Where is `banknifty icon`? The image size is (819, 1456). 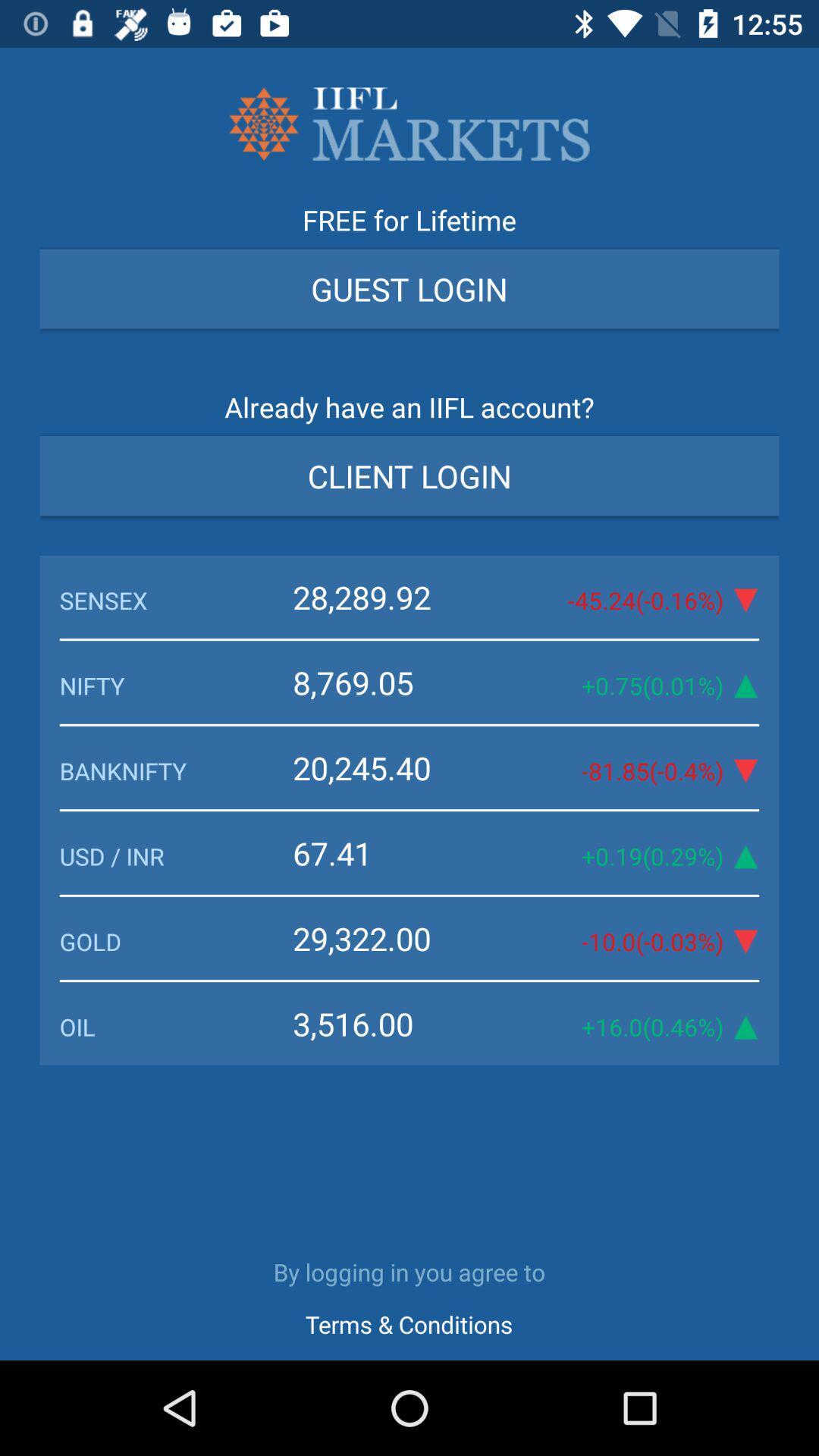 banknifty icon is located at coordinates (175, 770).